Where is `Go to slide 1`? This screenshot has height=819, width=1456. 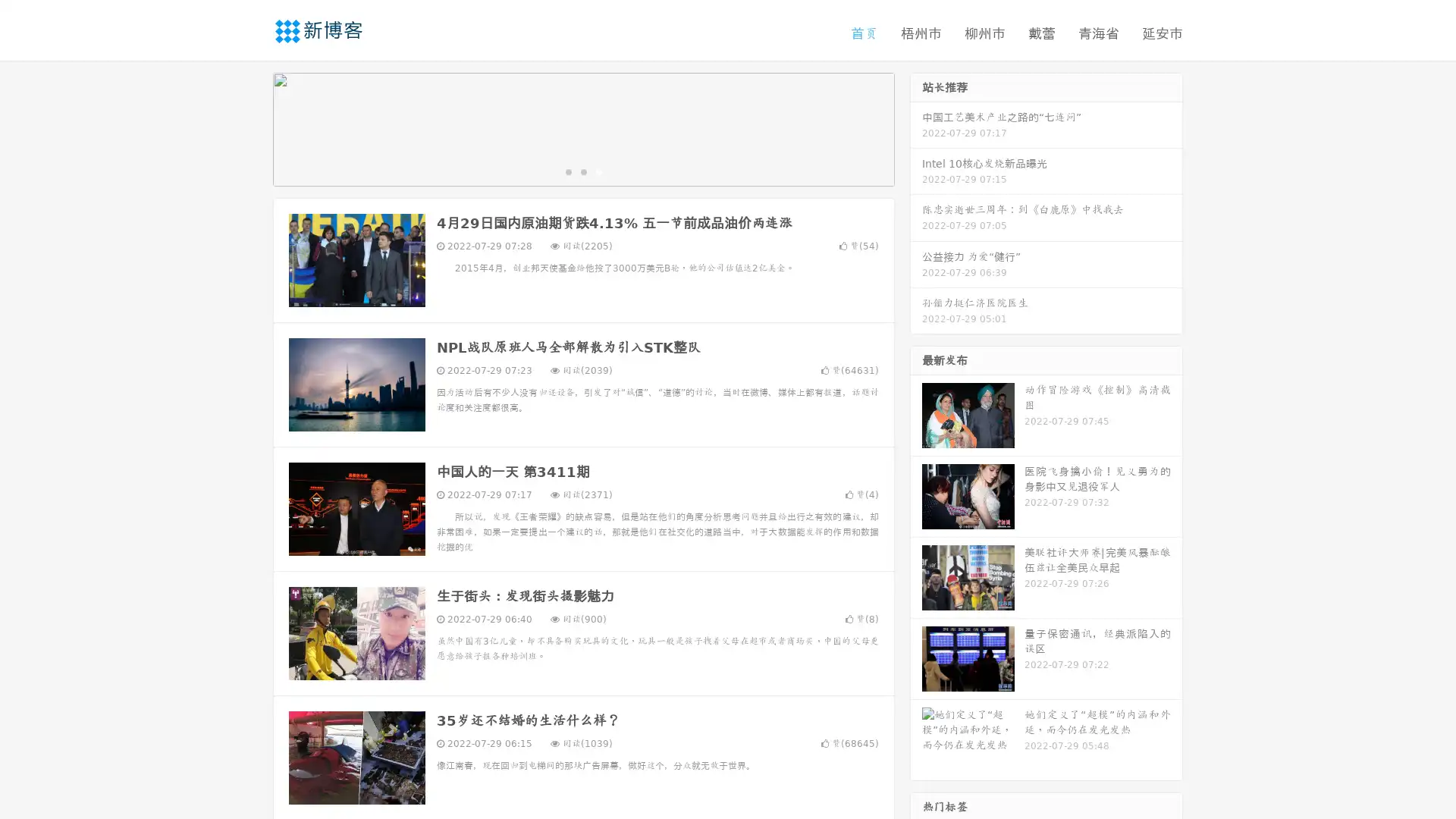 Go to slide 1 is located at coordinates (567, 171).